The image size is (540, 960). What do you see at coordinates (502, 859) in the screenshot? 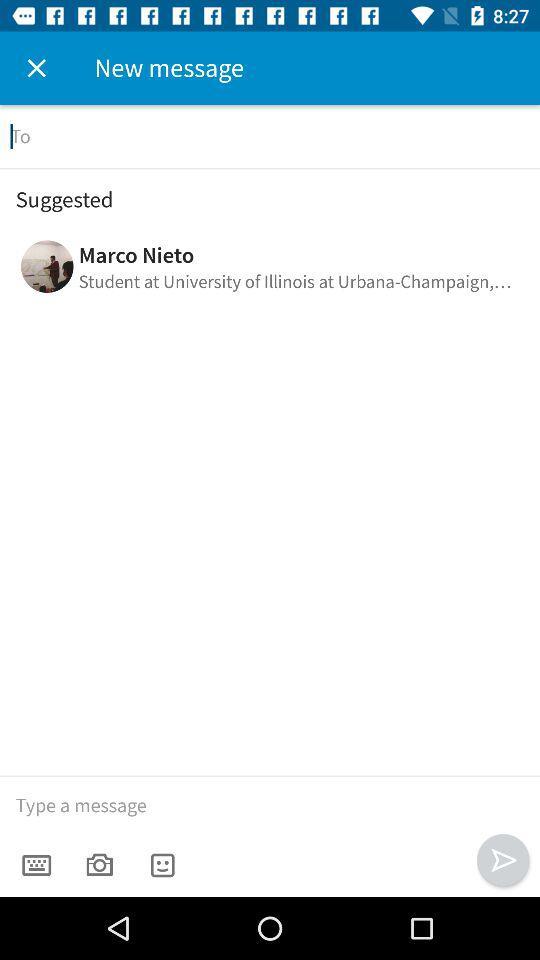
I see `the send icon` at bounding box center [502, 859].